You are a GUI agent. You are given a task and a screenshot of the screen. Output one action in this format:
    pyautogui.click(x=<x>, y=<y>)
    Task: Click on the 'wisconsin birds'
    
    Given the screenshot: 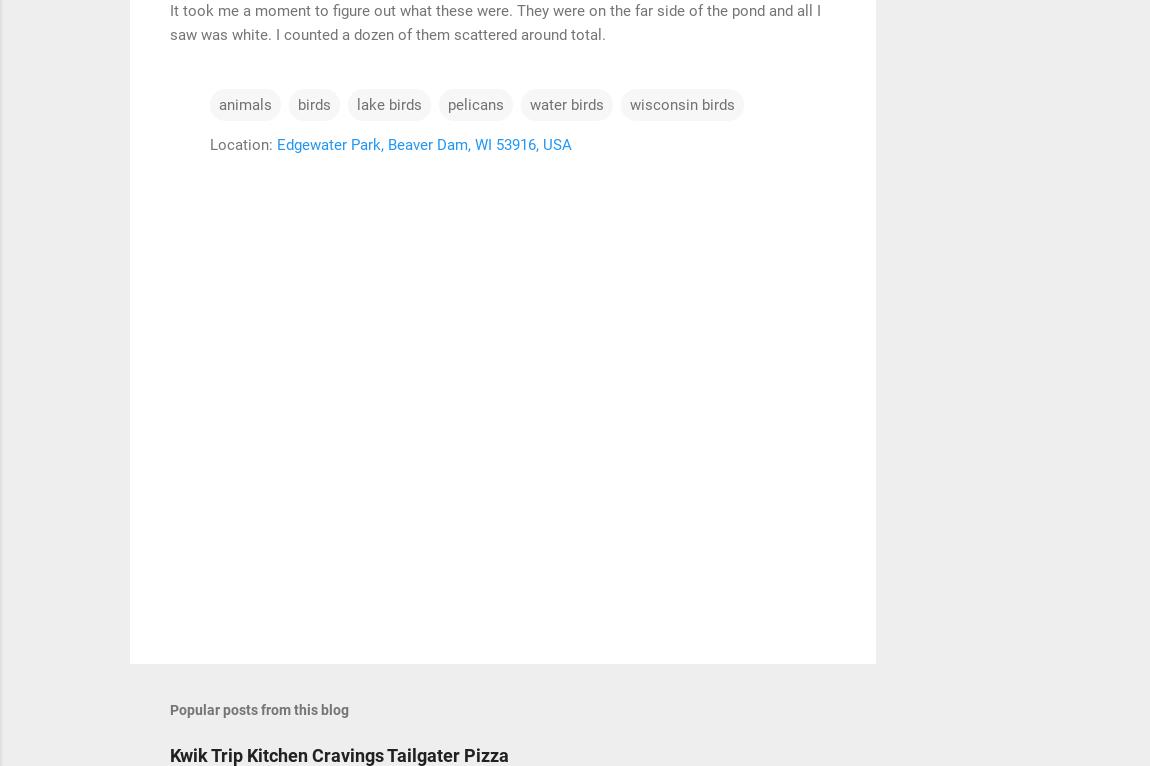 What is the action you would take?
    pyautogui.click(x=681, y=103)
    